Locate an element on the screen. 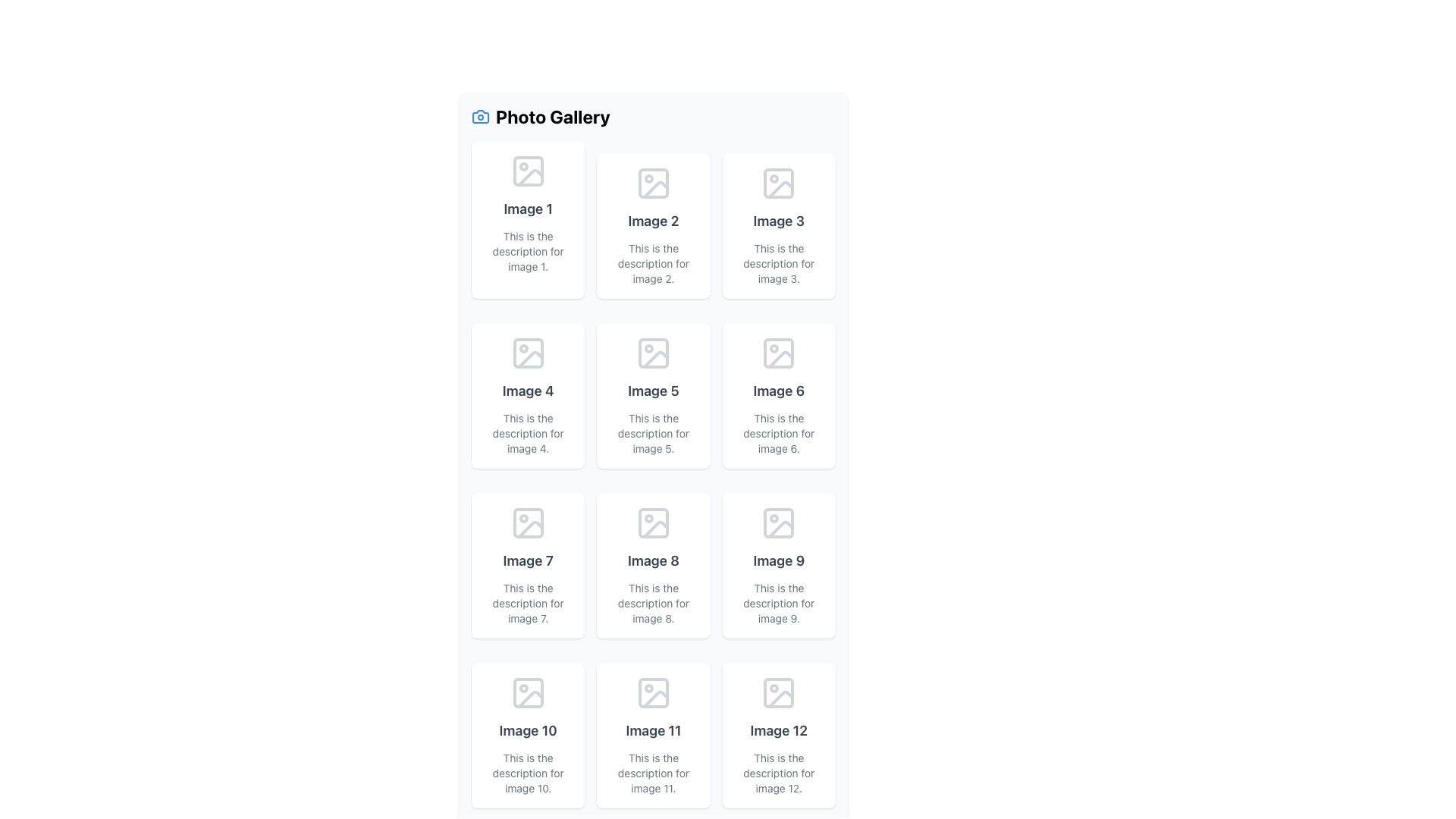 This screenshot has width=1456, height=819. the icon resembling an image representation within the card labeled 'Image 9' is located at coordinates (779, 522).